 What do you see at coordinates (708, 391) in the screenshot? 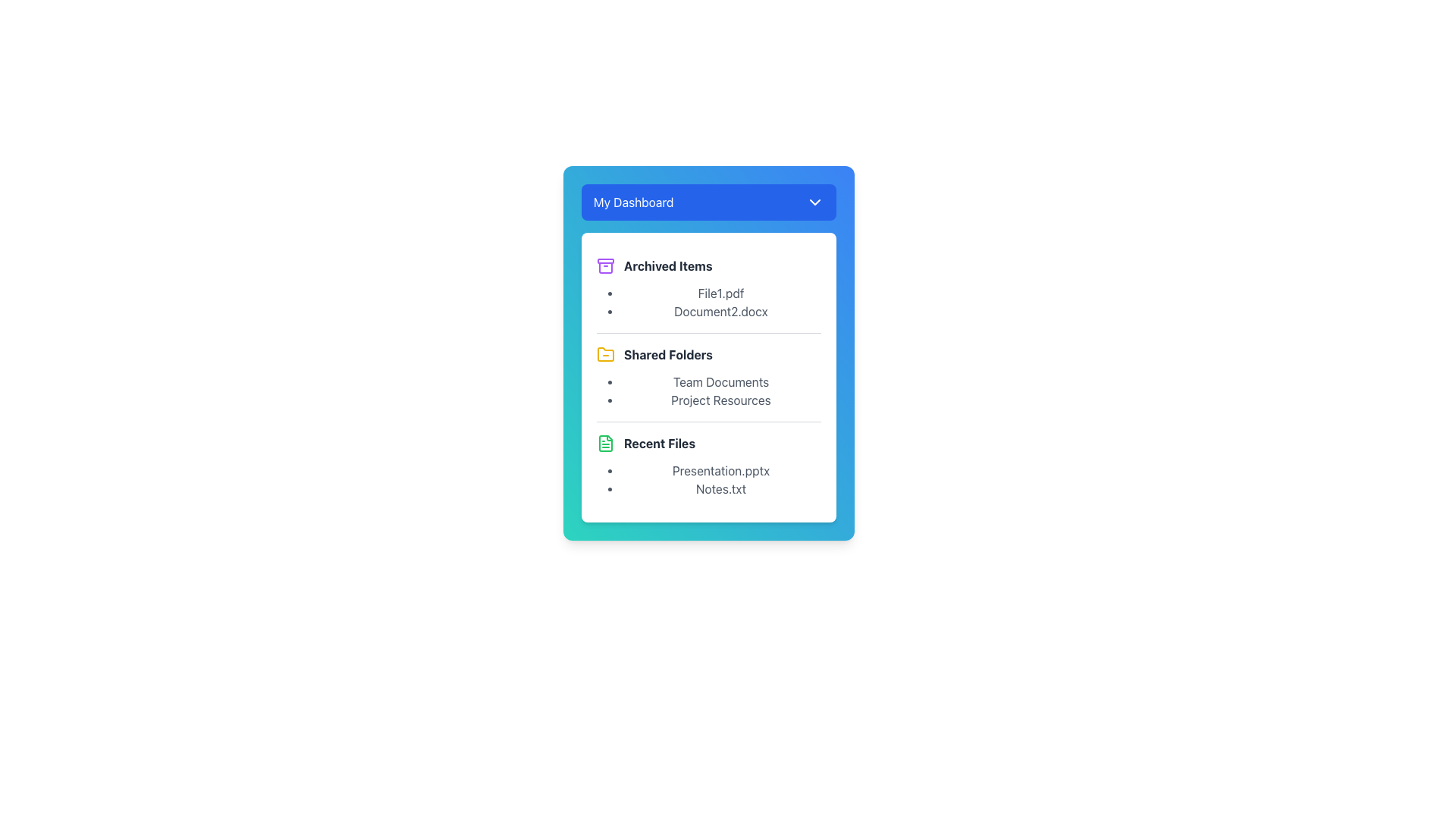
I see `items displayed in the bulleted list of shared folders, which includes 'Team Documents' and 'Project Resources', located below the 'Shared Folders' header` at bounding box center [708, 391].